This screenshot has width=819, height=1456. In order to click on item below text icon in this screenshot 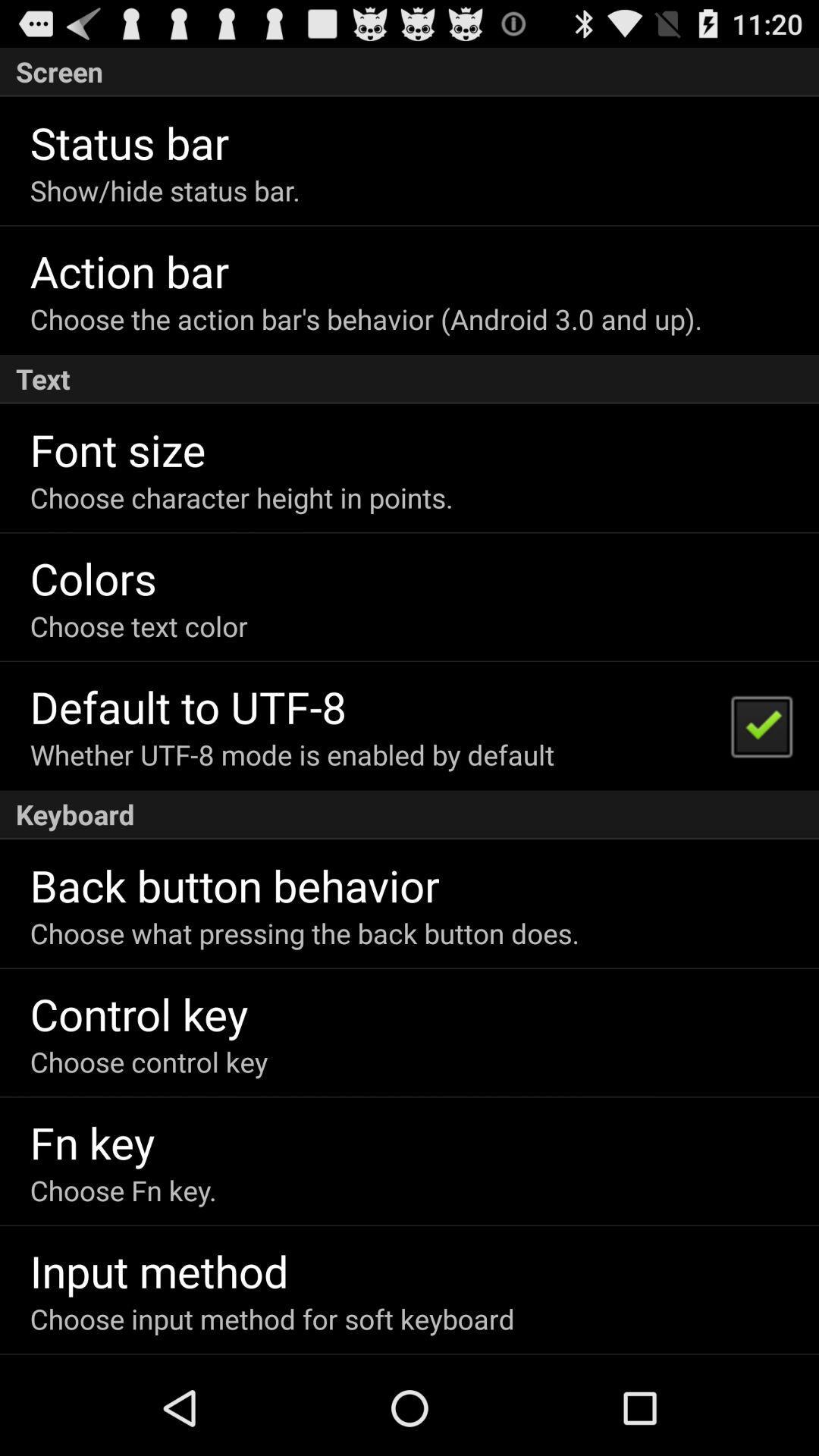, I will do `click(761, 724)`.